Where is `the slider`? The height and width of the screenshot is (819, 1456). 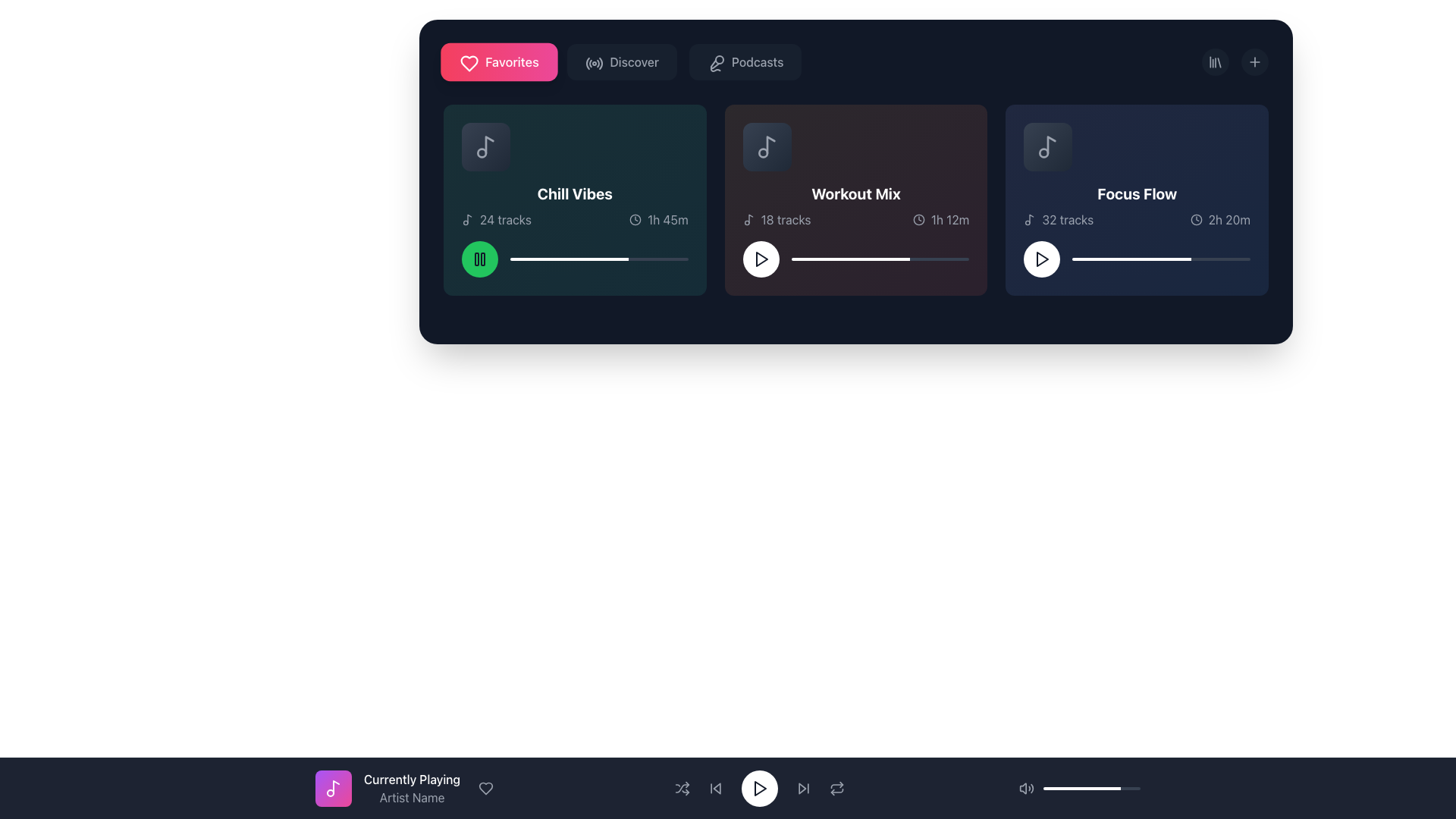
the slider is located at coordinates (952, 259).